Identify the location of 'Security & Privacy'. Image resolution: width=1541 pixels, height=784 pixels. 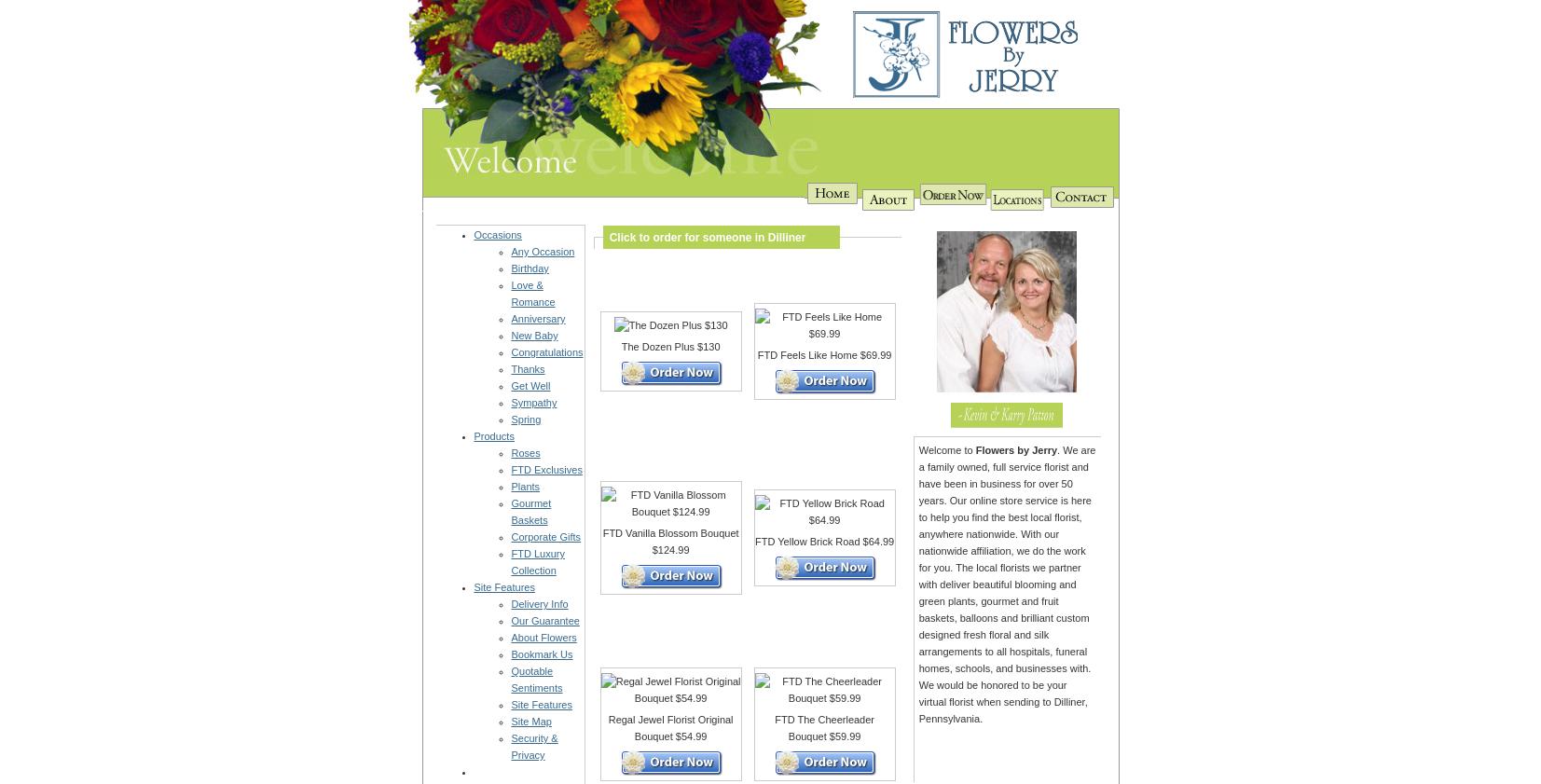
(532, 746).